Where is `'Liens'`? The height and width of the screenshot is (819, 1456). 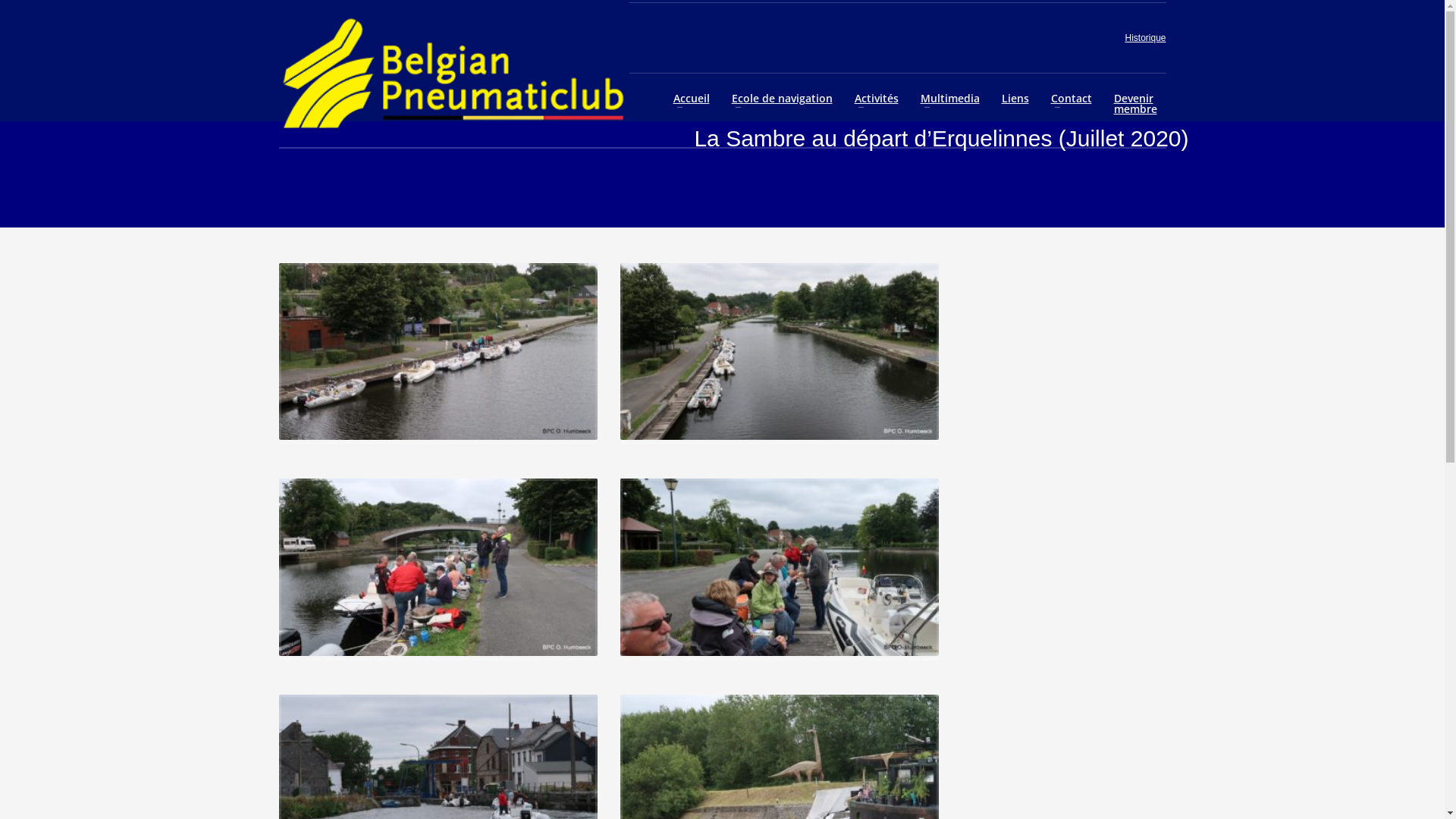 'Liens' is located at coordinates (1015, 99).